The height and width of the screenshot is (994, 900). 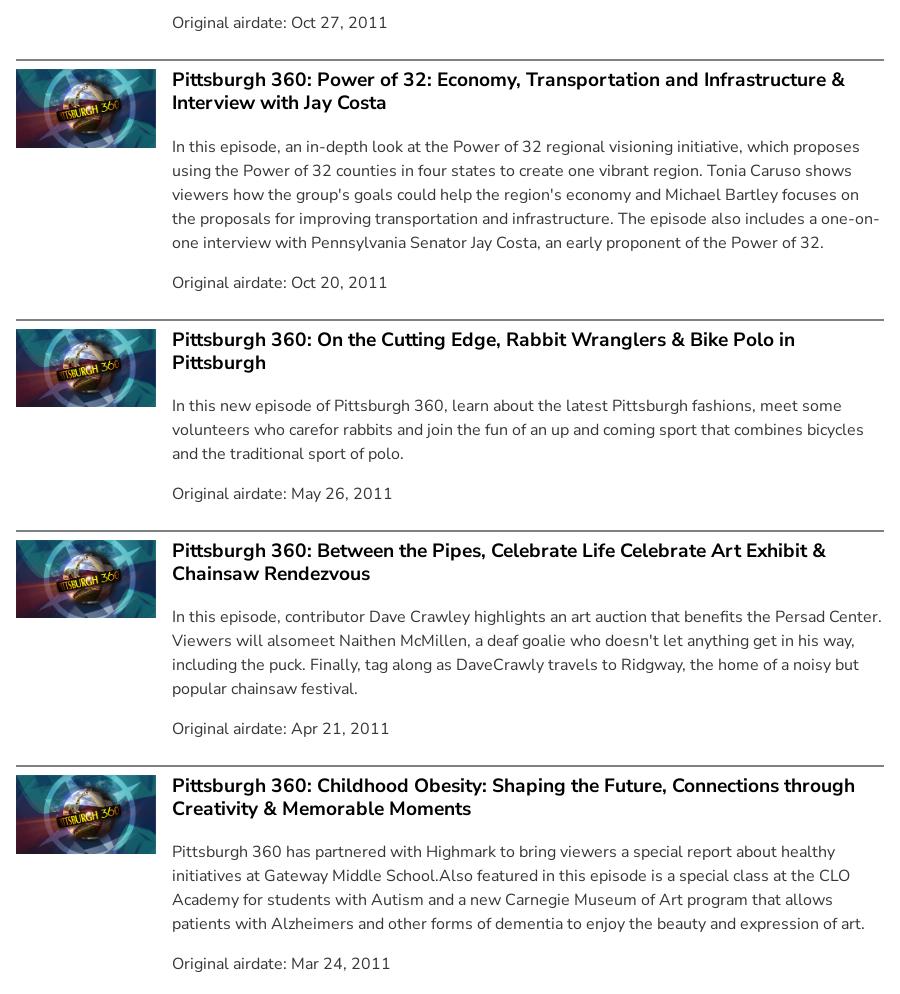 What do you see at coordinates (517, 429) in the screenshot?
I see `'In this new episode of Pittsburgh 360, learn about the latest Pittsburgh fashions, meet some volunteers who carefor rabbits and join the fun of an up and coming sport that combines bicycles and the traditional sport of polo.'` at bounding box center [517, 429].